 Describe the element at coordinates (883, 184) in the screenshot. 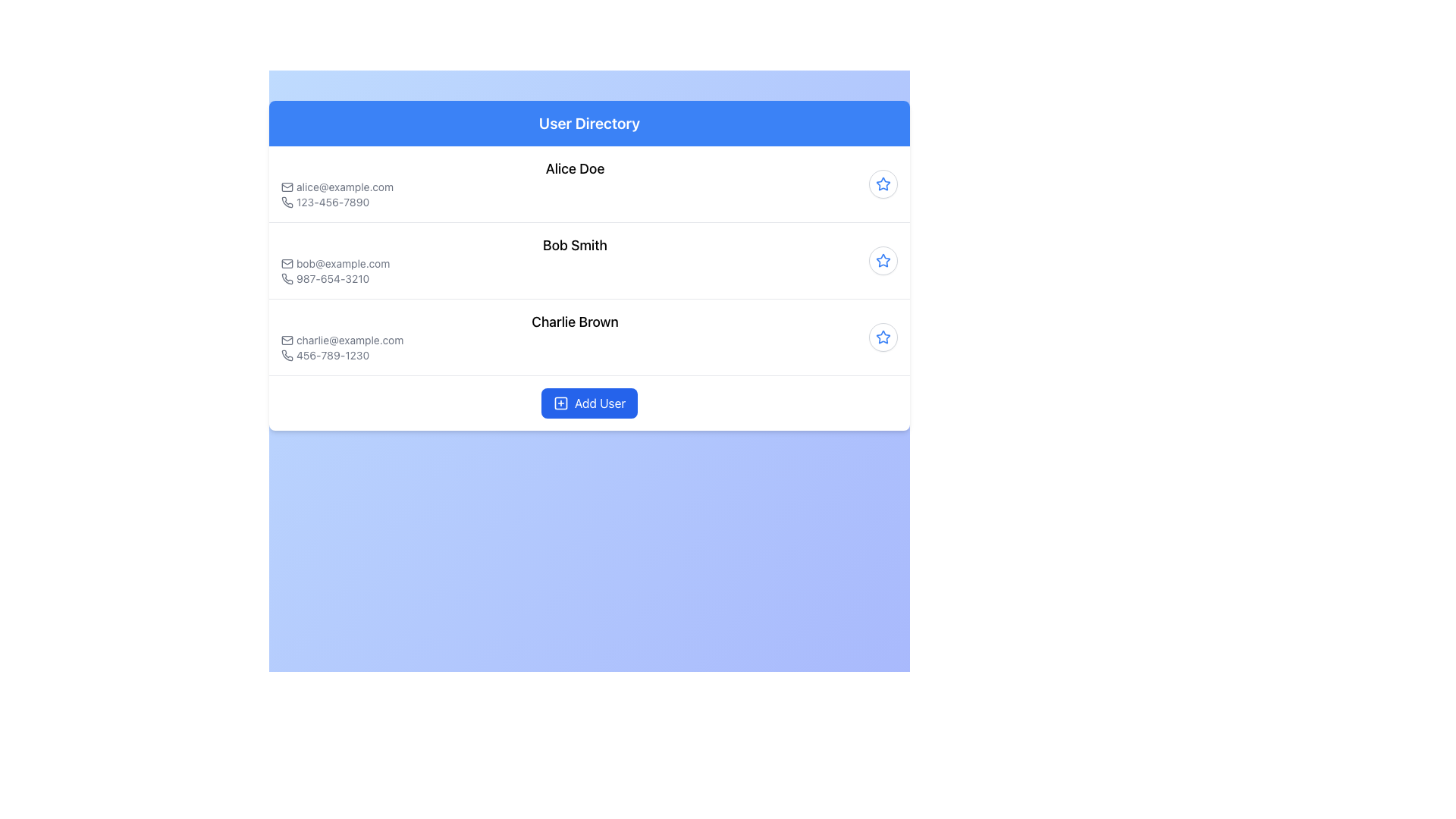

I see `the favorite button for user 'Alice Doe'` at that location.